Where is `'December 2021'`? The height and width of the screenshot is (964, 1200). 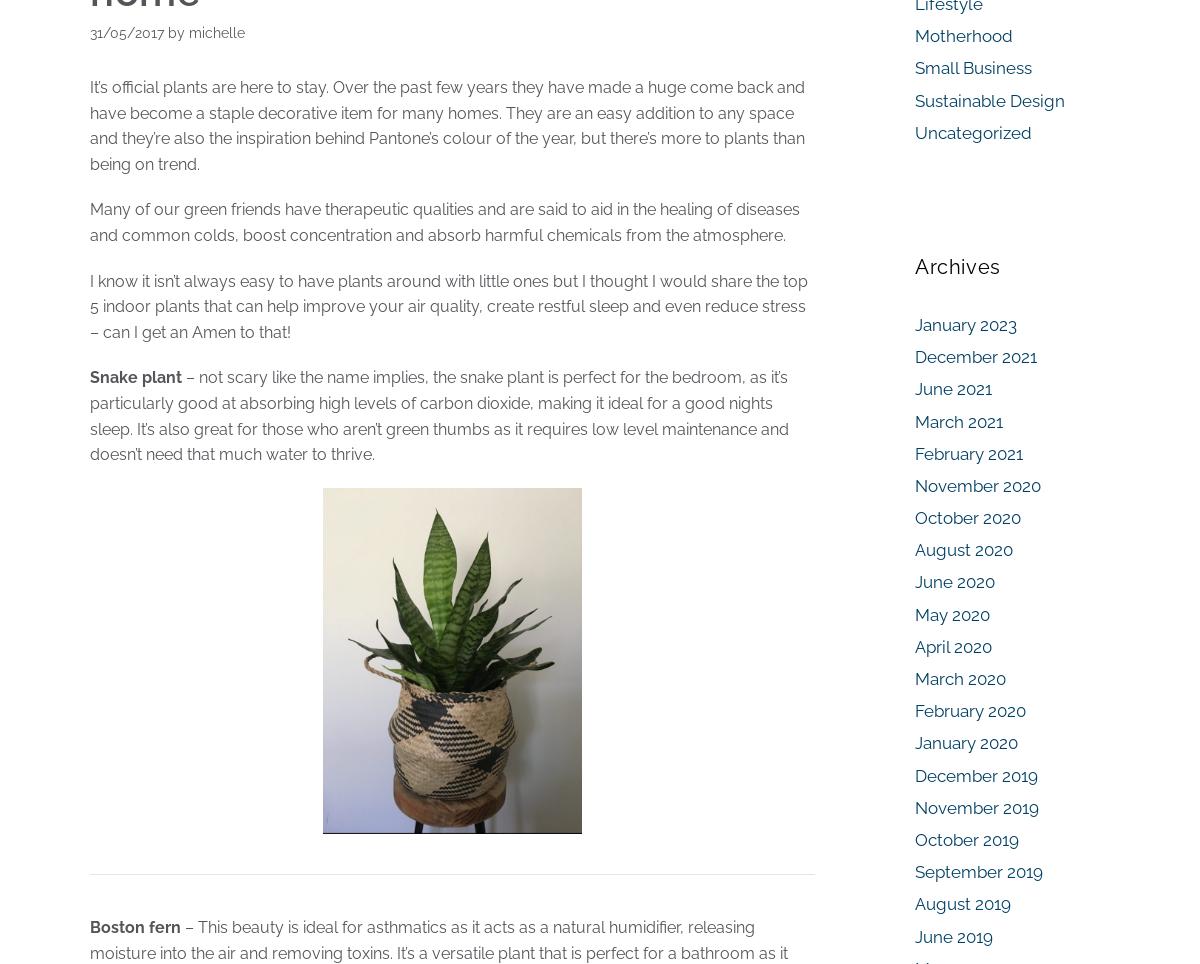 'December 2021' is located at coordinates (975, 355).